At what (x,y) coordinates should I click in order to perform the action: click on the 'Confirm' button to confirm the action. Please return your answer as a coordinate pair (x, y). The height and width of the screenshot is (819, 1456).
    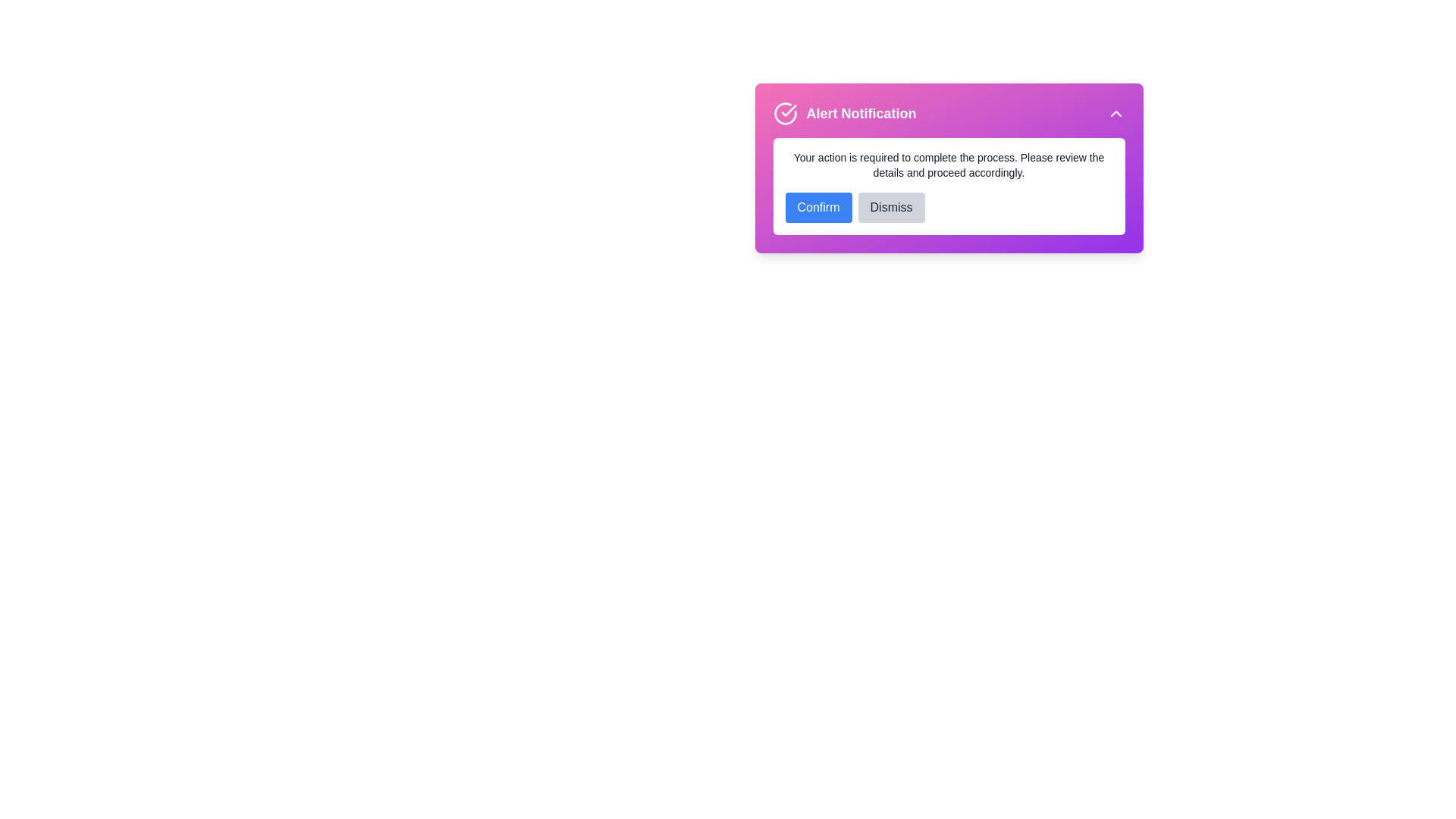
    Looking at the image, I should click on (817, 207).